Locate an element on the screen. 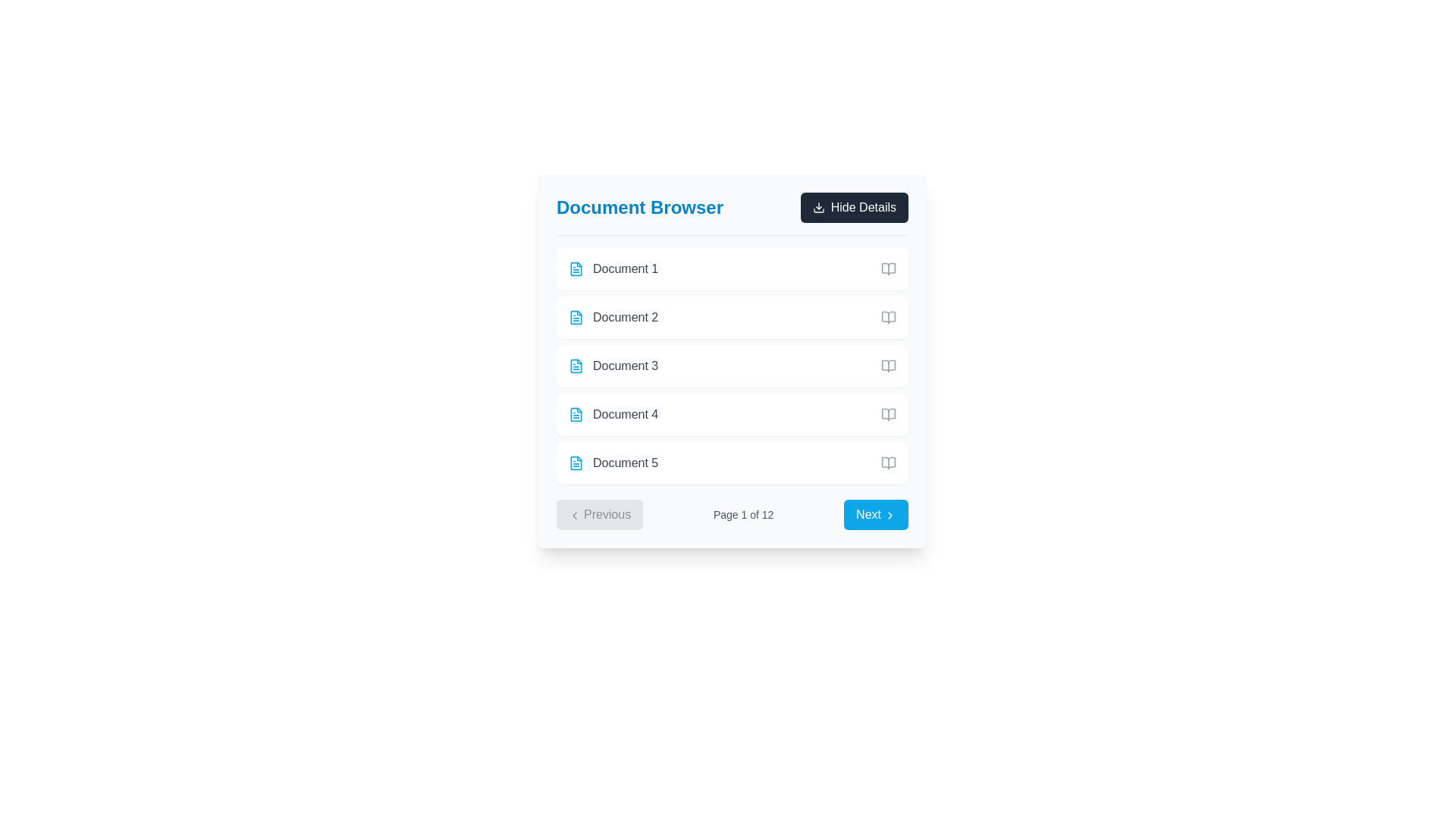 Image resolution: width=1456 pixels, height=819 pixels. the 'Hide Details' button, which has a dark background, rounded corners, and white text, located in the top-right corner of its section is located at coordinates (854, 207).